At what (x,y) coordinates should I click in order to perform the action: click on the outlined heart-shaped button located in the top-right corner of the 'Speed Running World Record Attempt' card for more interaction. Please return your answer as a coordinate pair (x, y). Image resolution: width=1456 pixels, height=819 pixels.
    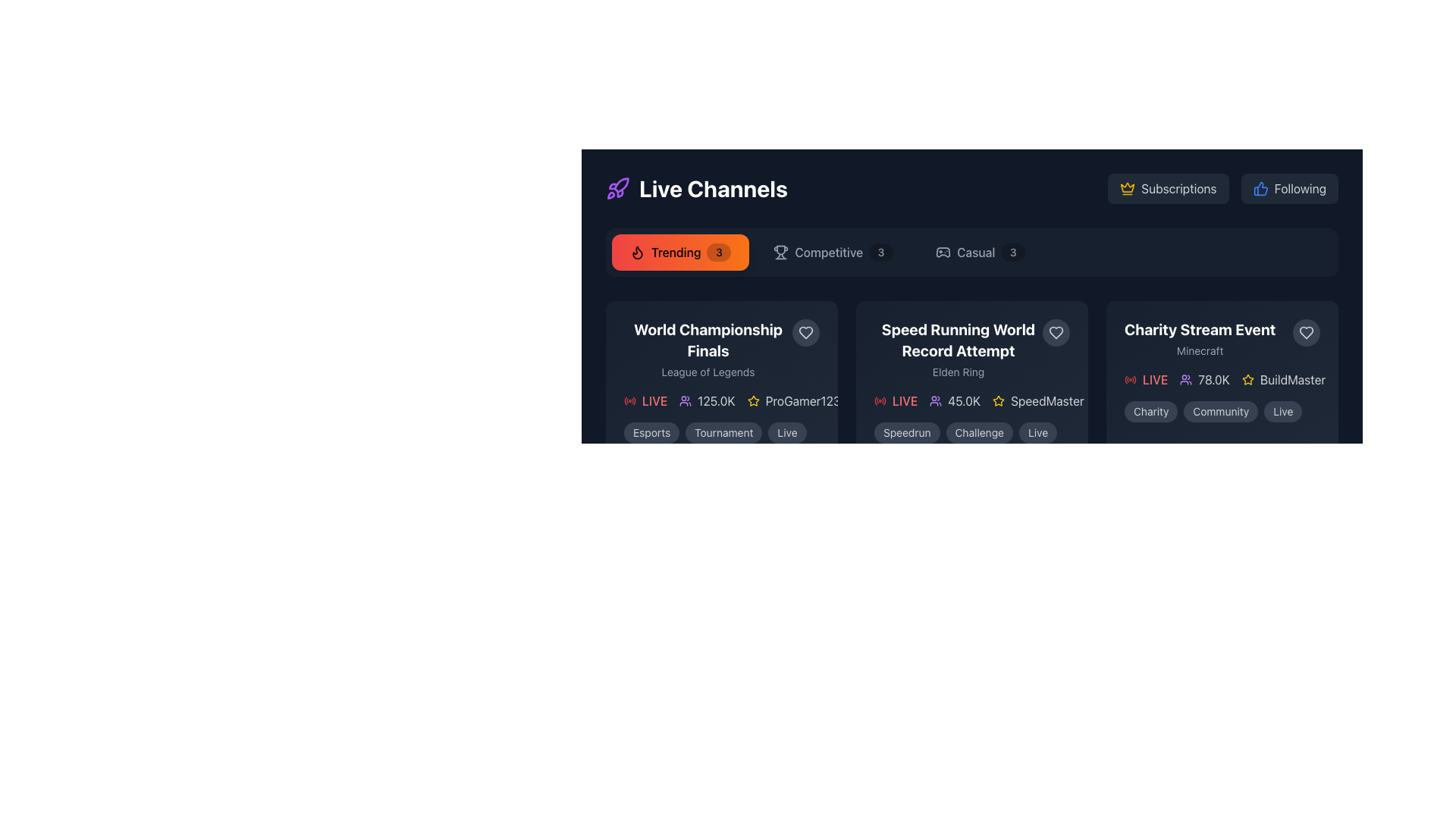
    Looking at the image, I should click on (1055, 332).